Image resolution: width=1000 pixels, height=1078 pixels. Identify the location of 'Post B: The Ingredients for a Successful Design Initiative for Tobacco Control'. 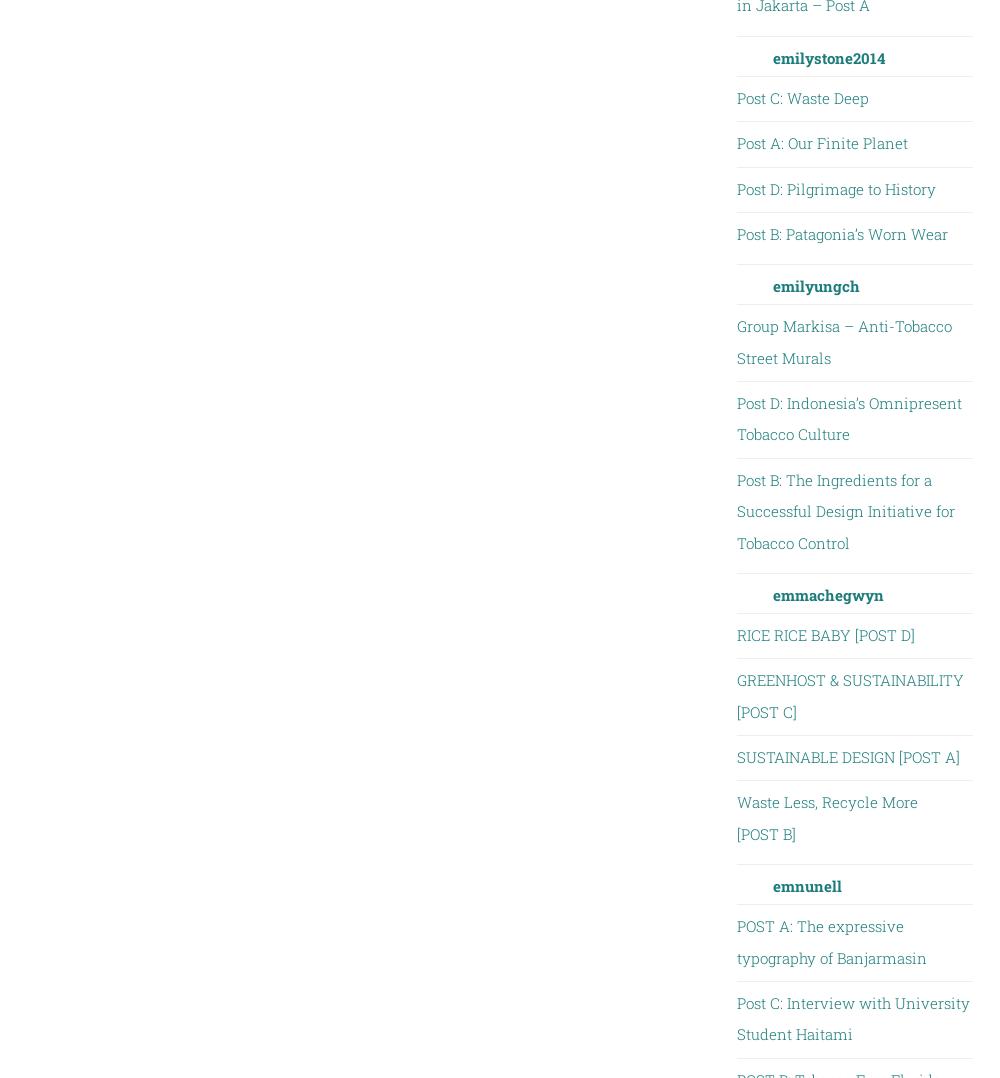
(844, 510).